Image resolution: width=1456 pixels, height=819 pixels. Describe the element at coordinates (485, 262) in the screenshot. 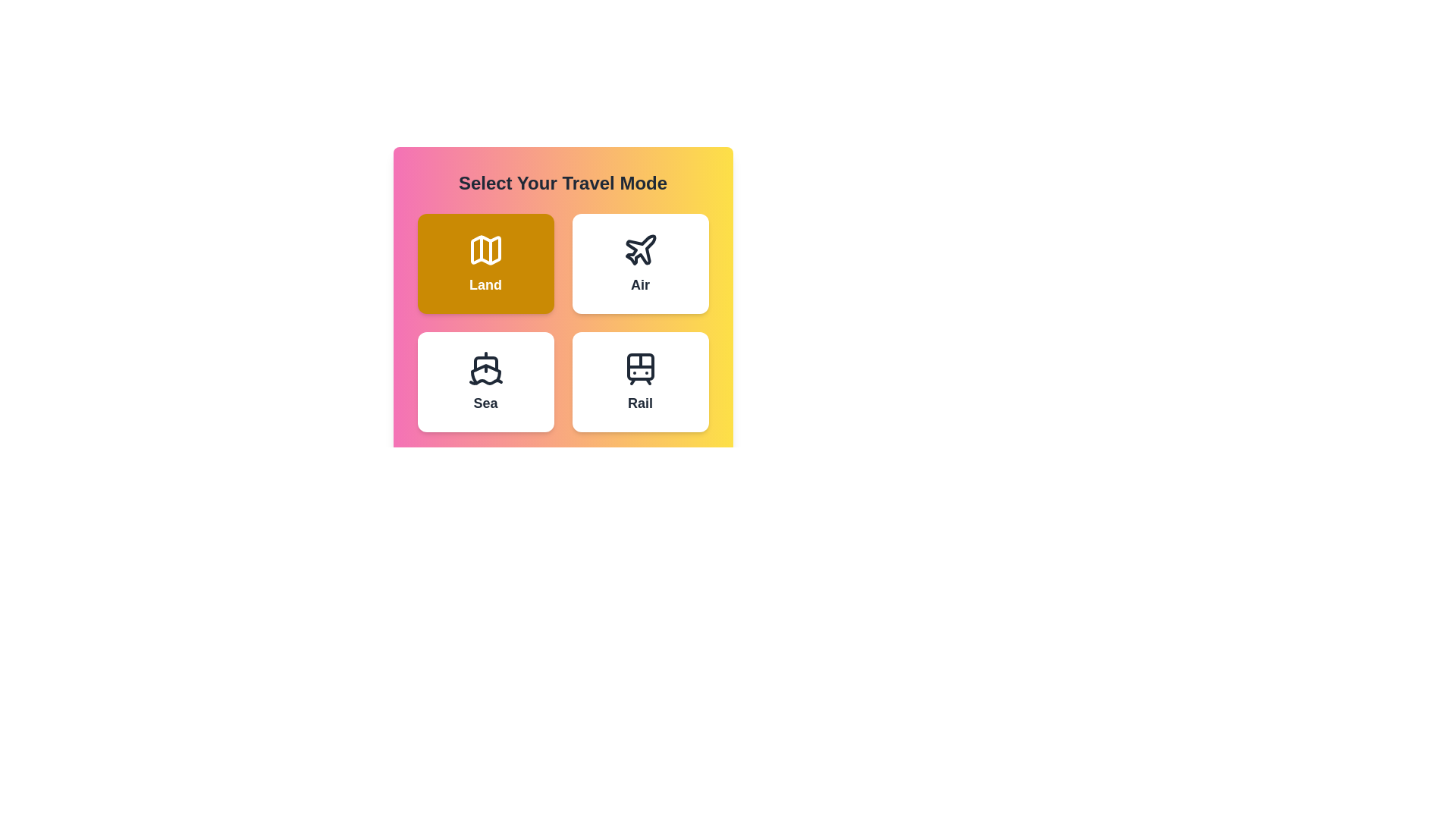

I see `the button corresponding to the travel mode Land` at that location.